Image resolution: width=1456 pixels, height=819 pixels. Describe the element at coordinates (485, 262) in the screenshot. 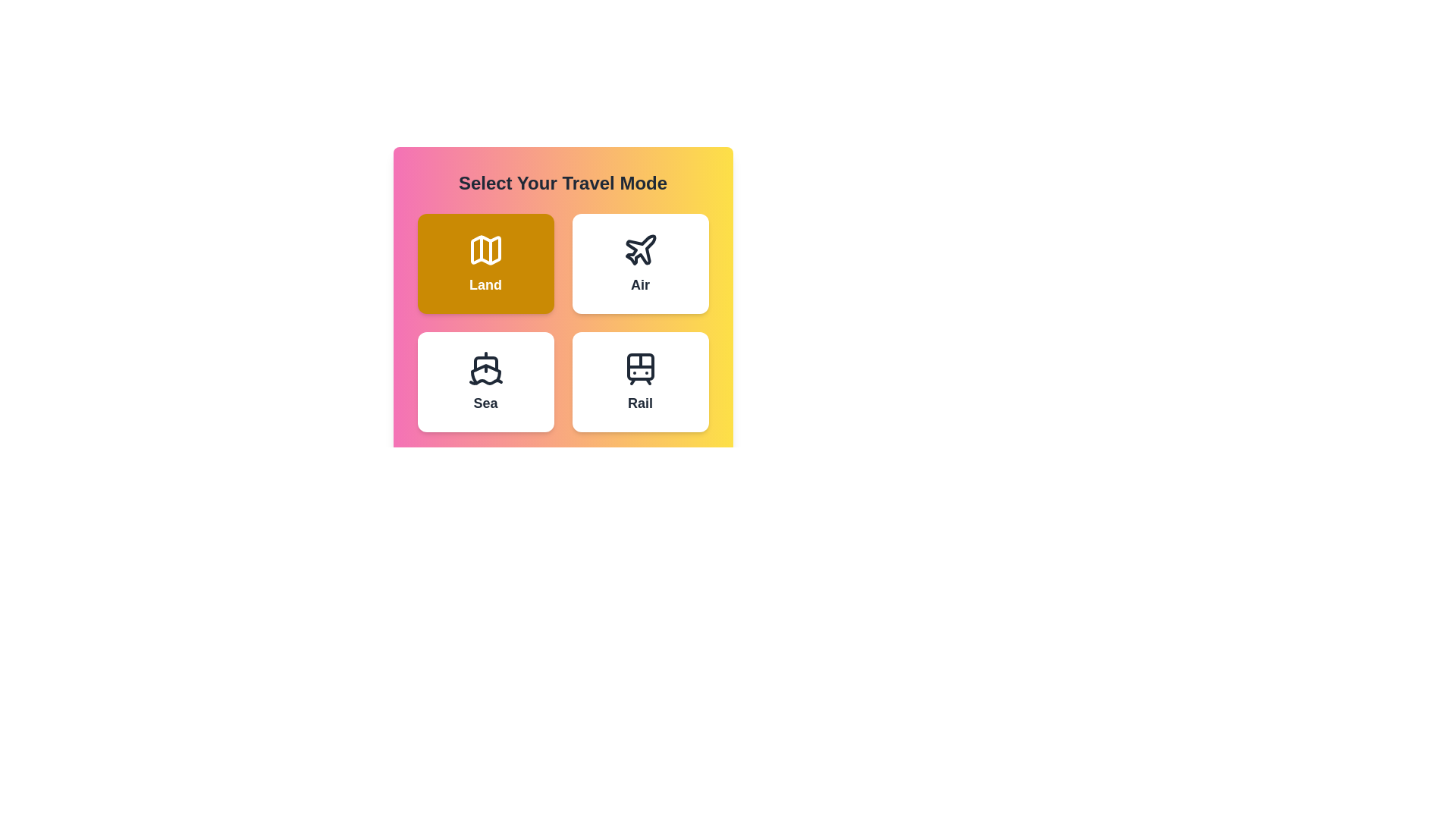

I see `the button corresponding to the travel mode Land` at that location.